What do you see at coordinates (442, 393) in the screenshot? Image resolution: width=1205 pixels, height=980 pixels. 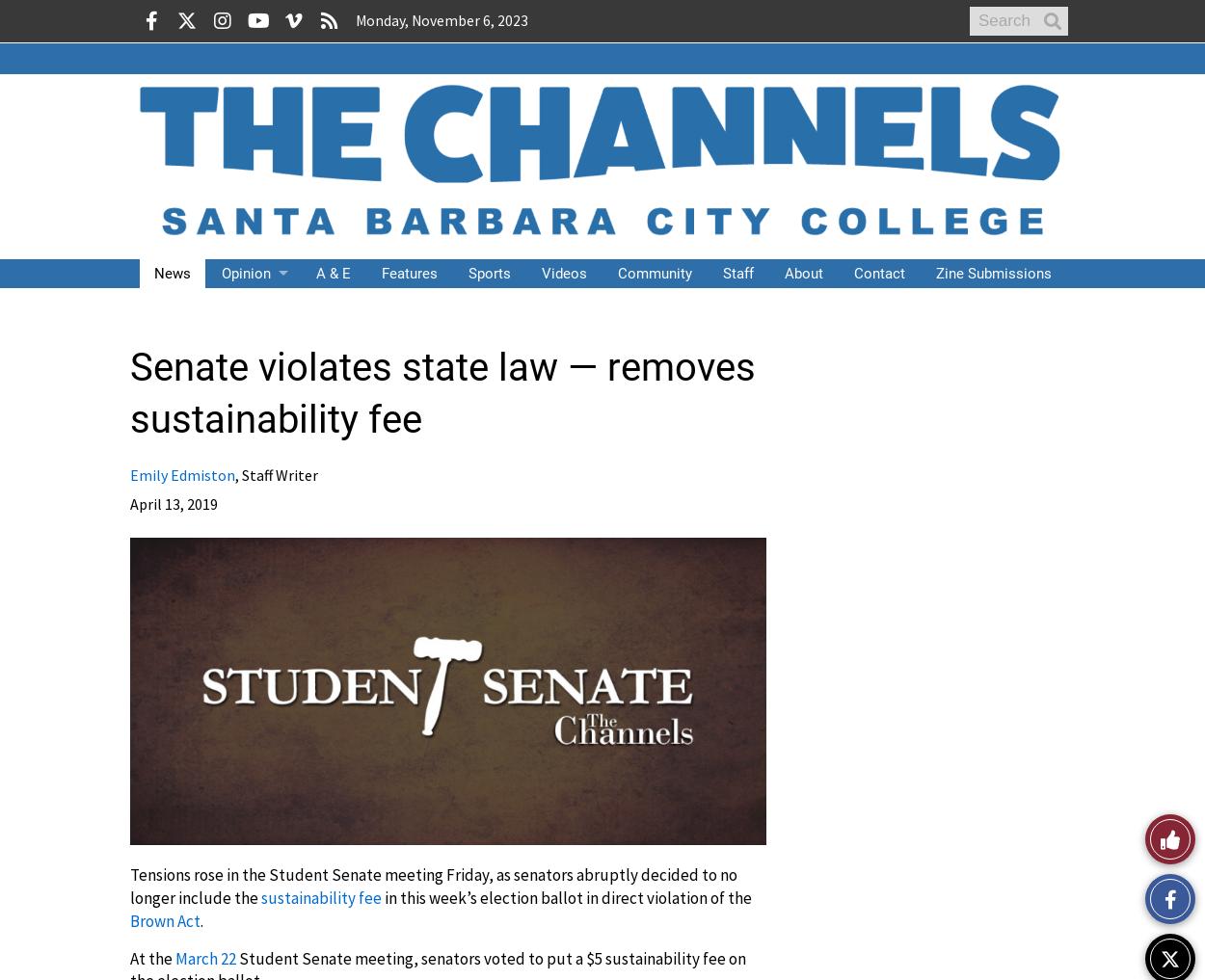 I see `'Senate violates state law — removes sustainability fee'` at bounding box center [442, 393].